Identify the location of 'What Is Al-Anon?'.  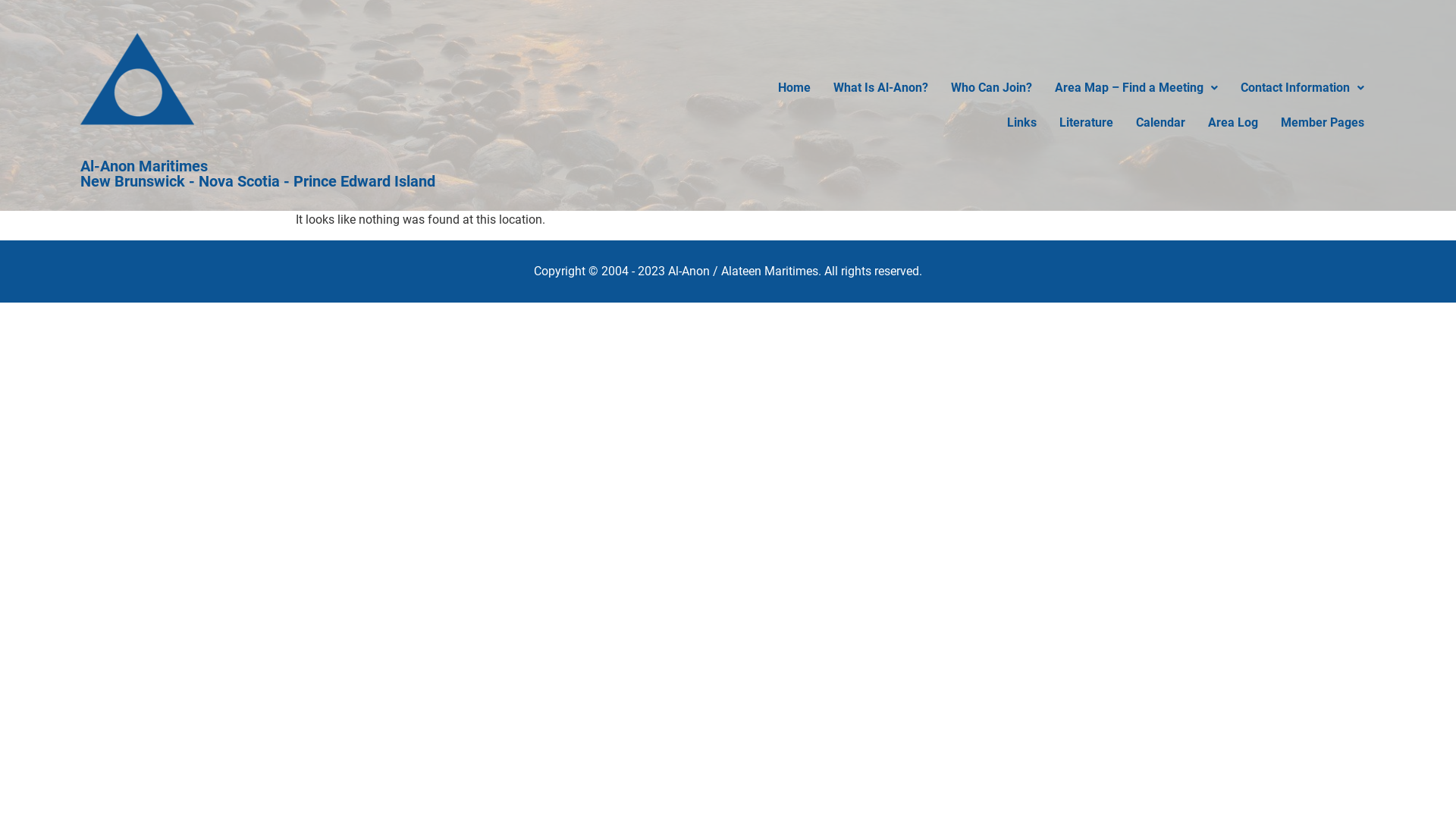
(880, 87).